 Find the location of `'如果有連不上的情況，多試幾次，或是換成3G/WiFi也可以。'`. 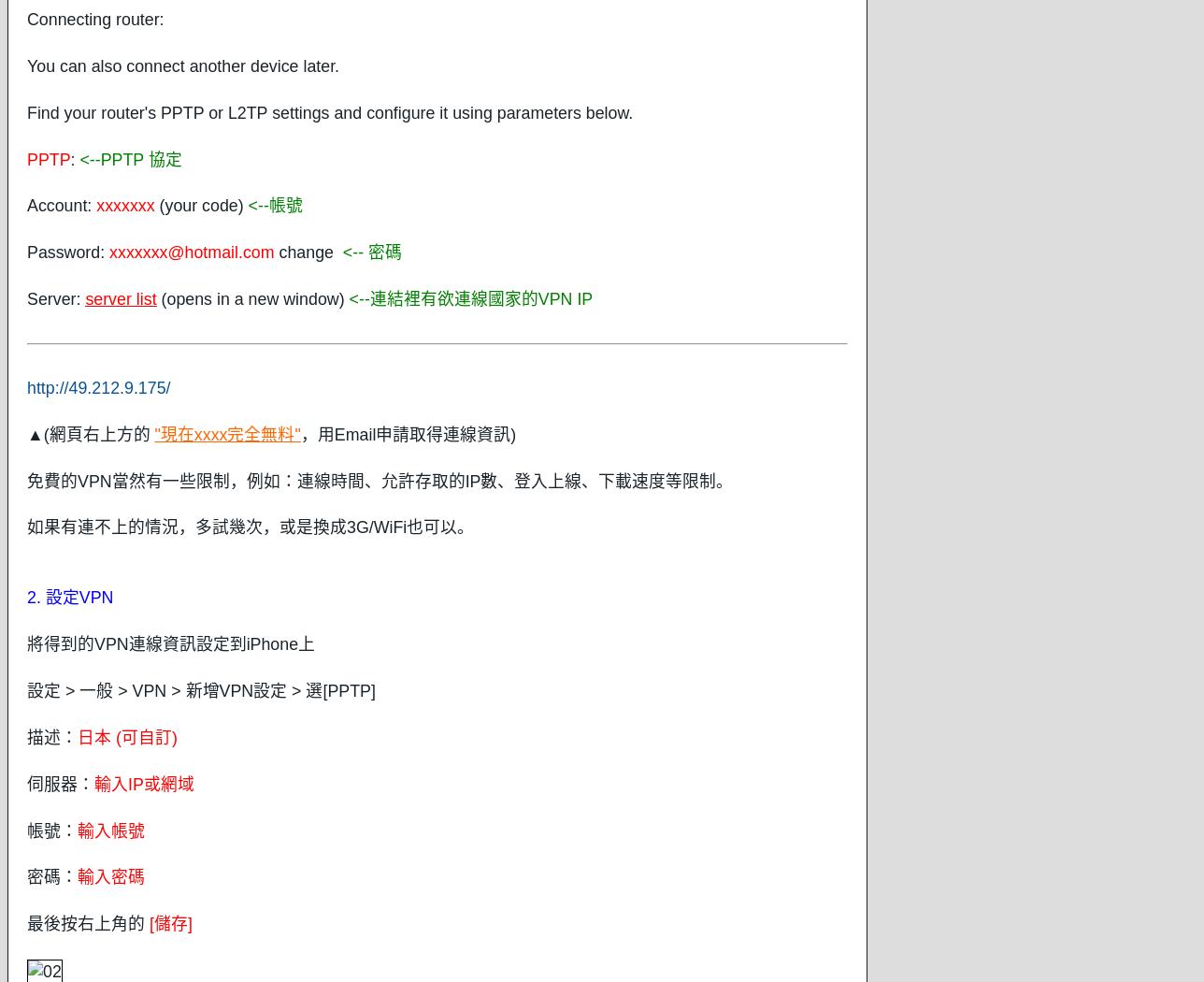

'如果有連不上的情況，多試幾次，或是換成3G/WiFi也可以。' is located at coordinates (251, 526).